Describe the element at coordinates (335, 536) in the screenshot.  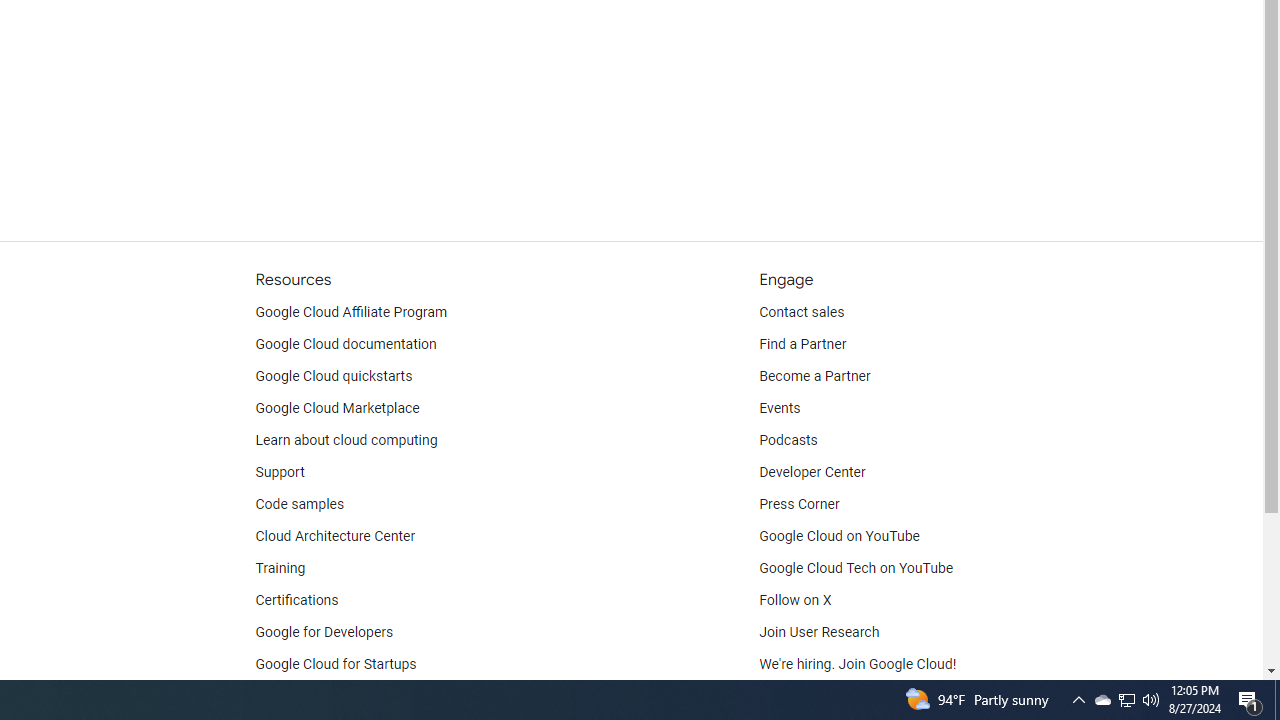
I see `'Cloud Architecture Center'` at that location.